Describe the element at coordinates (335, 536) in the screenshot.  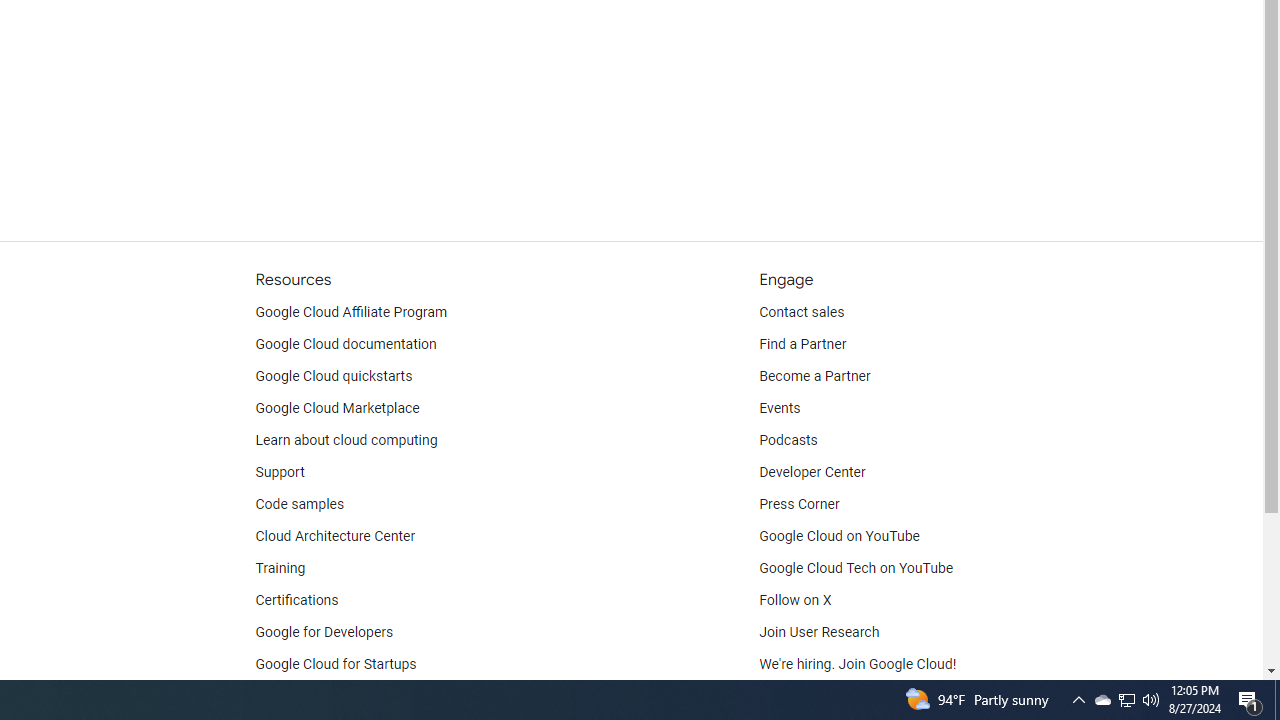
I see `'Cloud Architecture Center'` at that location.